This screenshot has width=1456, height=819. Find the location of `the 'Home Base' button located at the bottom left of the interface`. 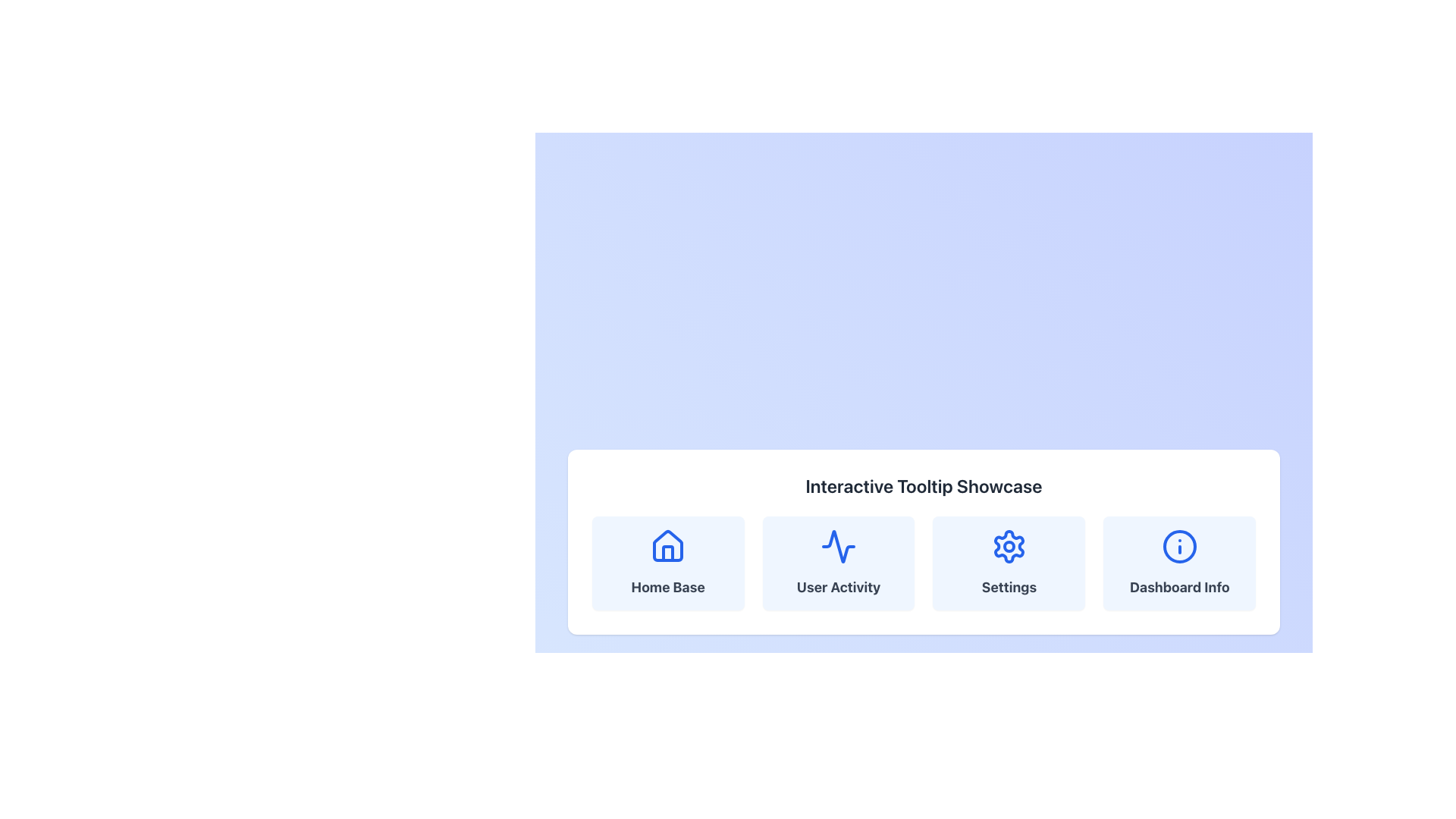

the 'Home Base' button located at the bottom left of the interface is located at coordinates (667, 563).